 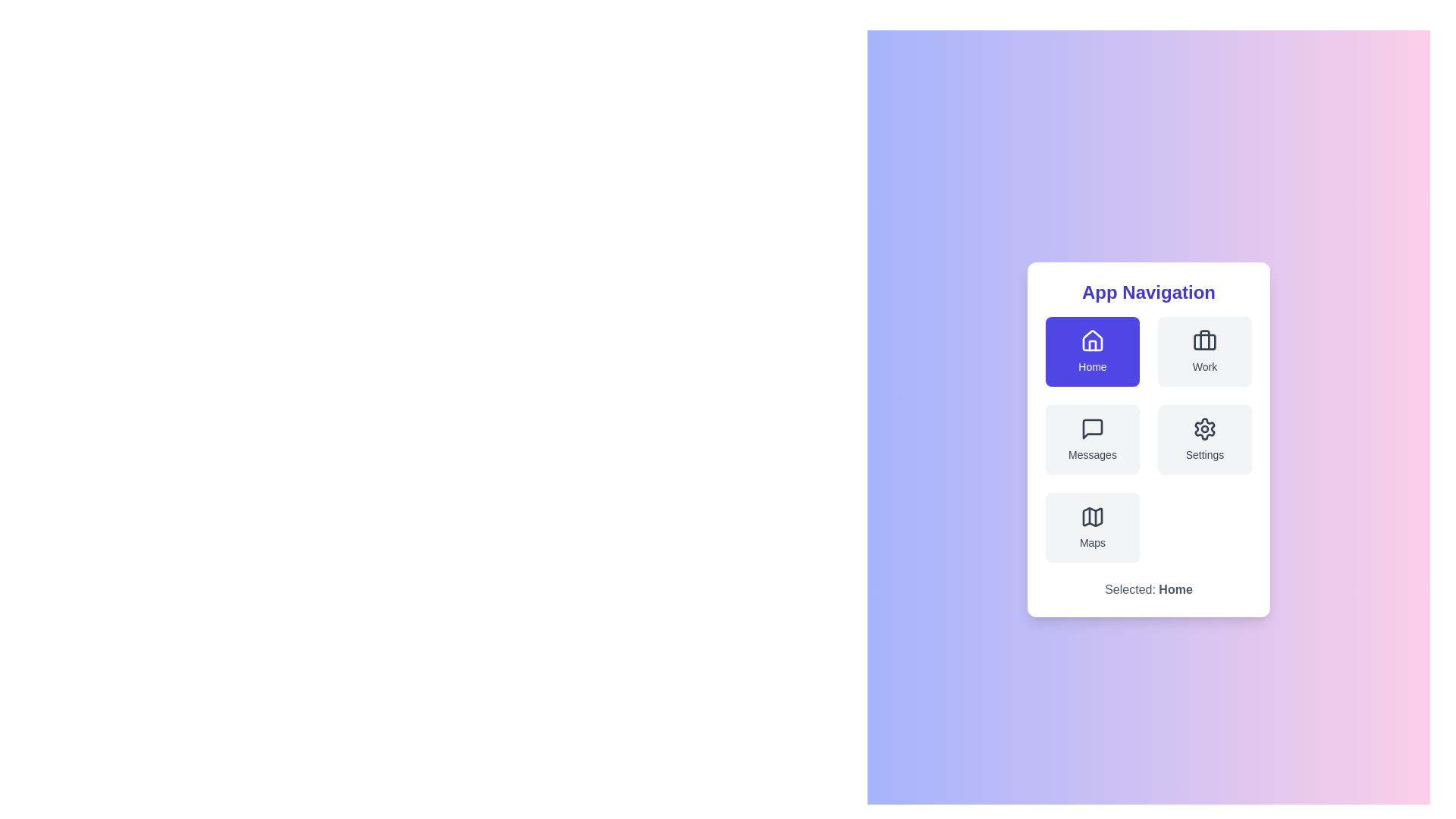 What do you see at coordinates (1092, 526) in the screenshot?
I see `the menu item Maps from the available options` at bounding box center [1092, 526].